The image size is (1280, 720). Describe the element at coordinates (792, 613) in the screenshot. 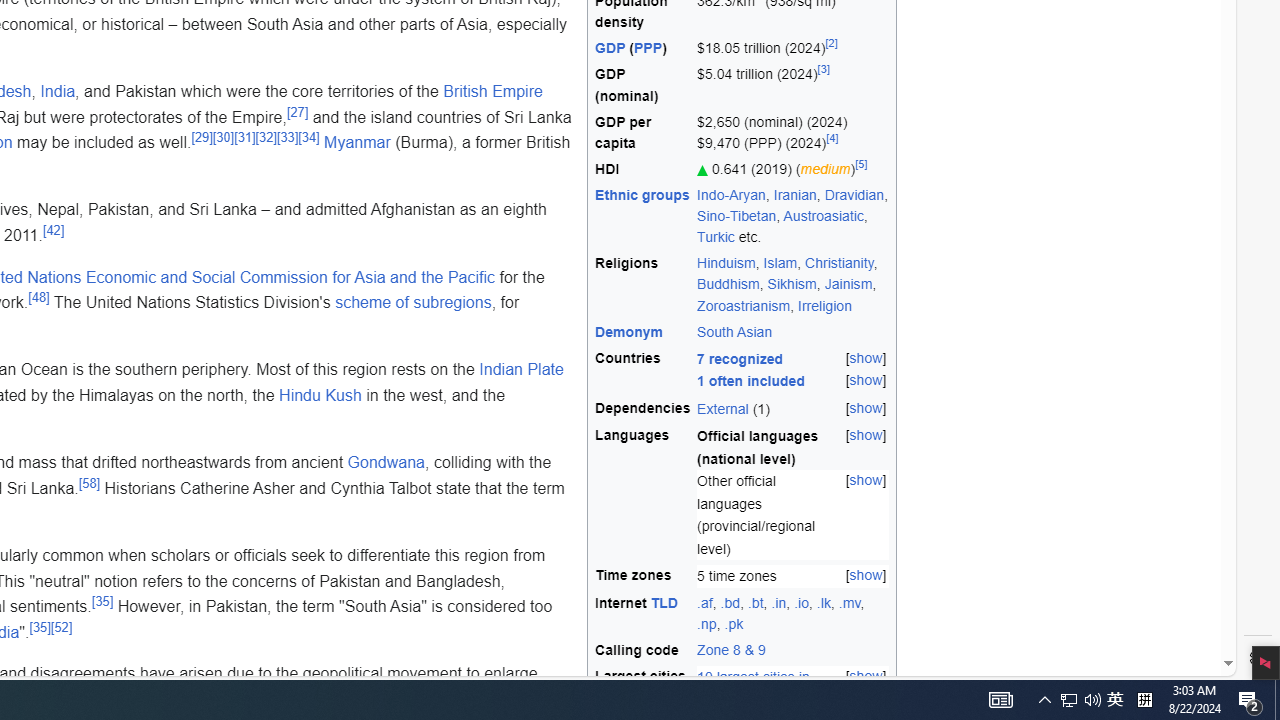

I see `'.af, .bd, .bt, .in, .io, .lk, .mv, .np, .pk'` at that location.